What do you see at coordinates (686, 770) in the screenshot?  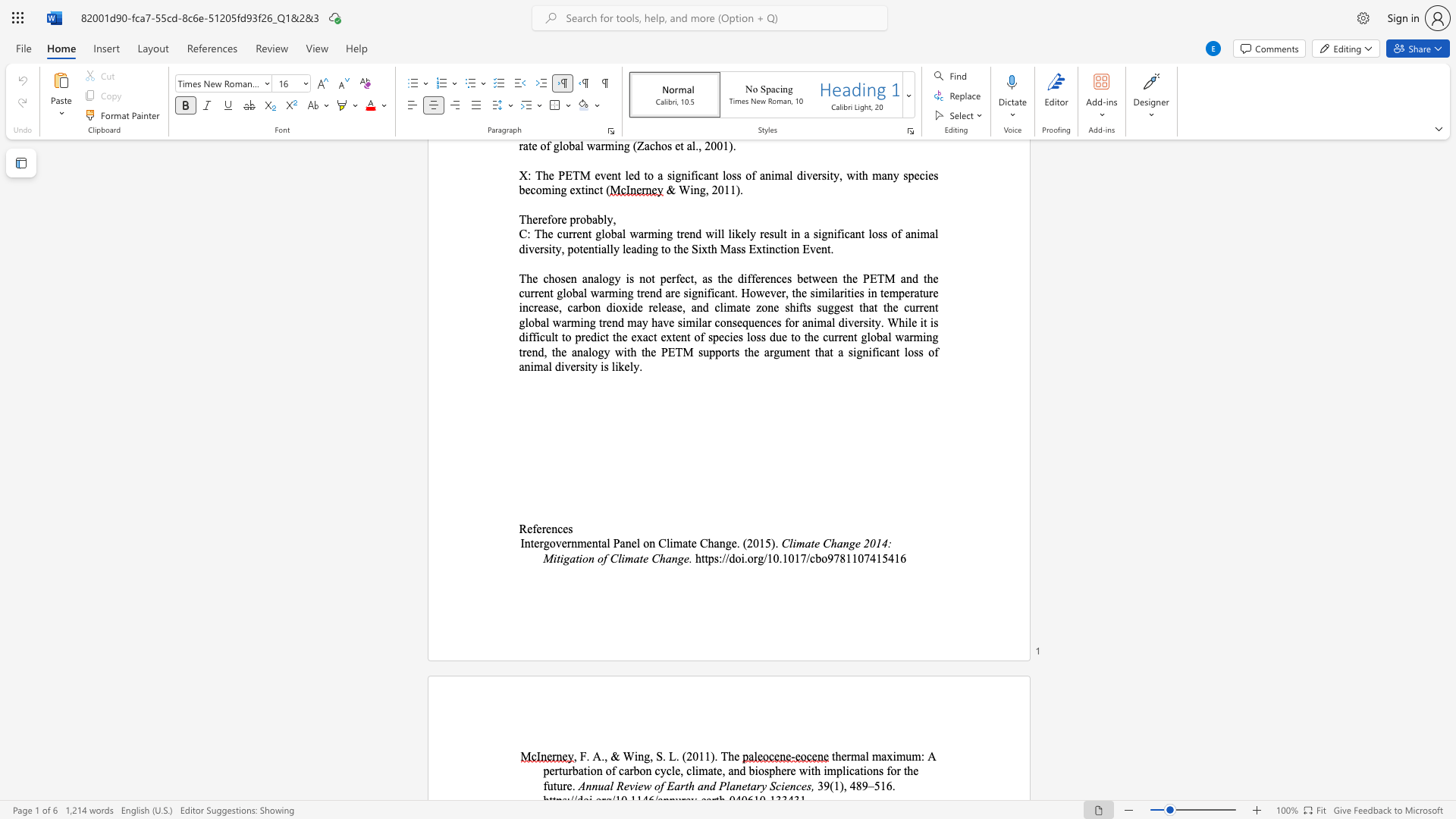 I see `the subset text "cl" within the text "thermal maximum: A perturbation of carbon cycle, cl"` at bounding box center [686, 770].